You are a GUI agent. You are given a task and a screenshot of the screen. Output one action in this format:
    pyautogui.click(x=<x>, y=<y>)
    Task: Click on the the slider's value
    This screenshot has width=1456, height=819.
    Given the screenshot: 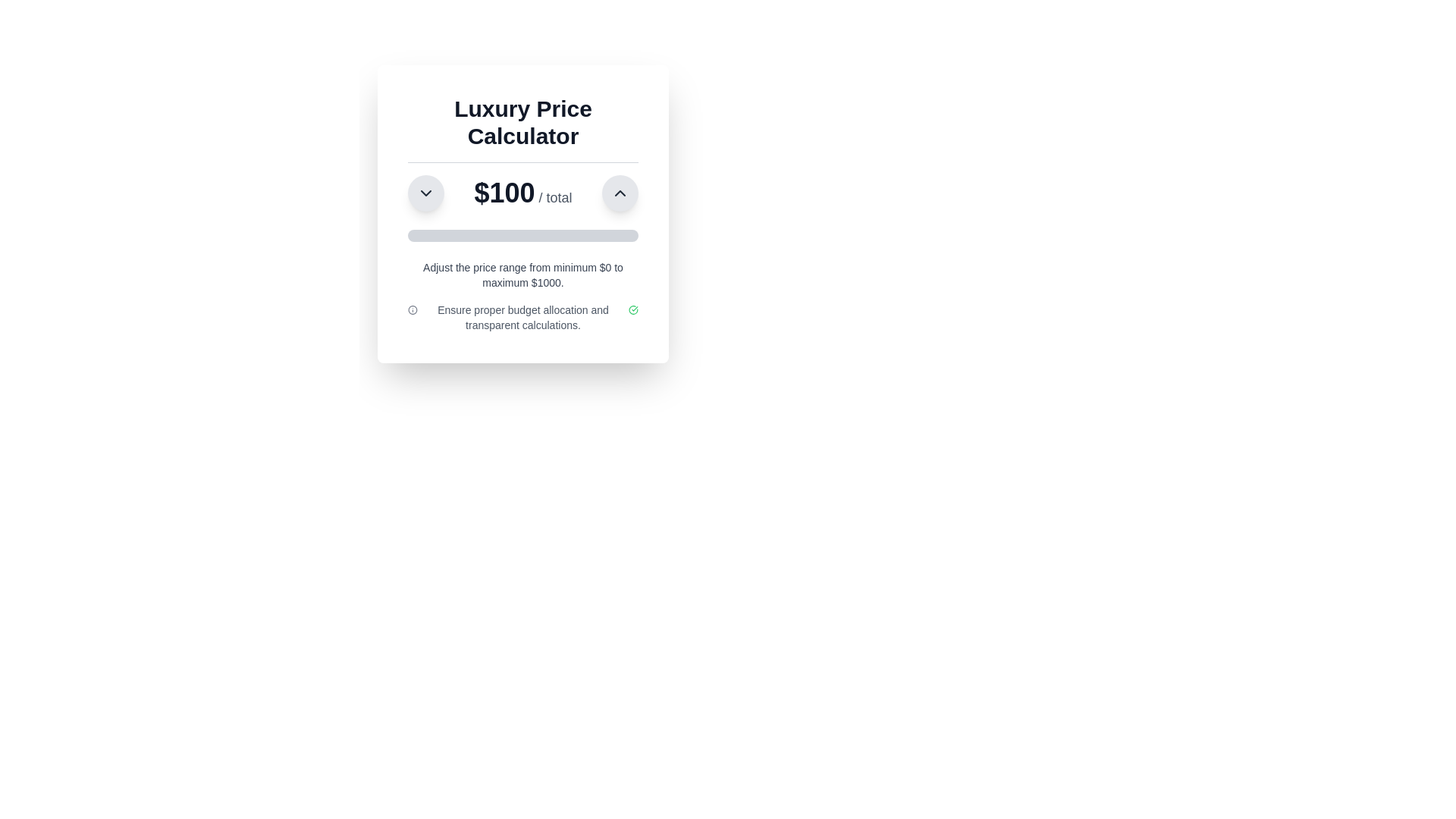 What is the action you would take?
    pyautogui.click(x=424, y=236)
    